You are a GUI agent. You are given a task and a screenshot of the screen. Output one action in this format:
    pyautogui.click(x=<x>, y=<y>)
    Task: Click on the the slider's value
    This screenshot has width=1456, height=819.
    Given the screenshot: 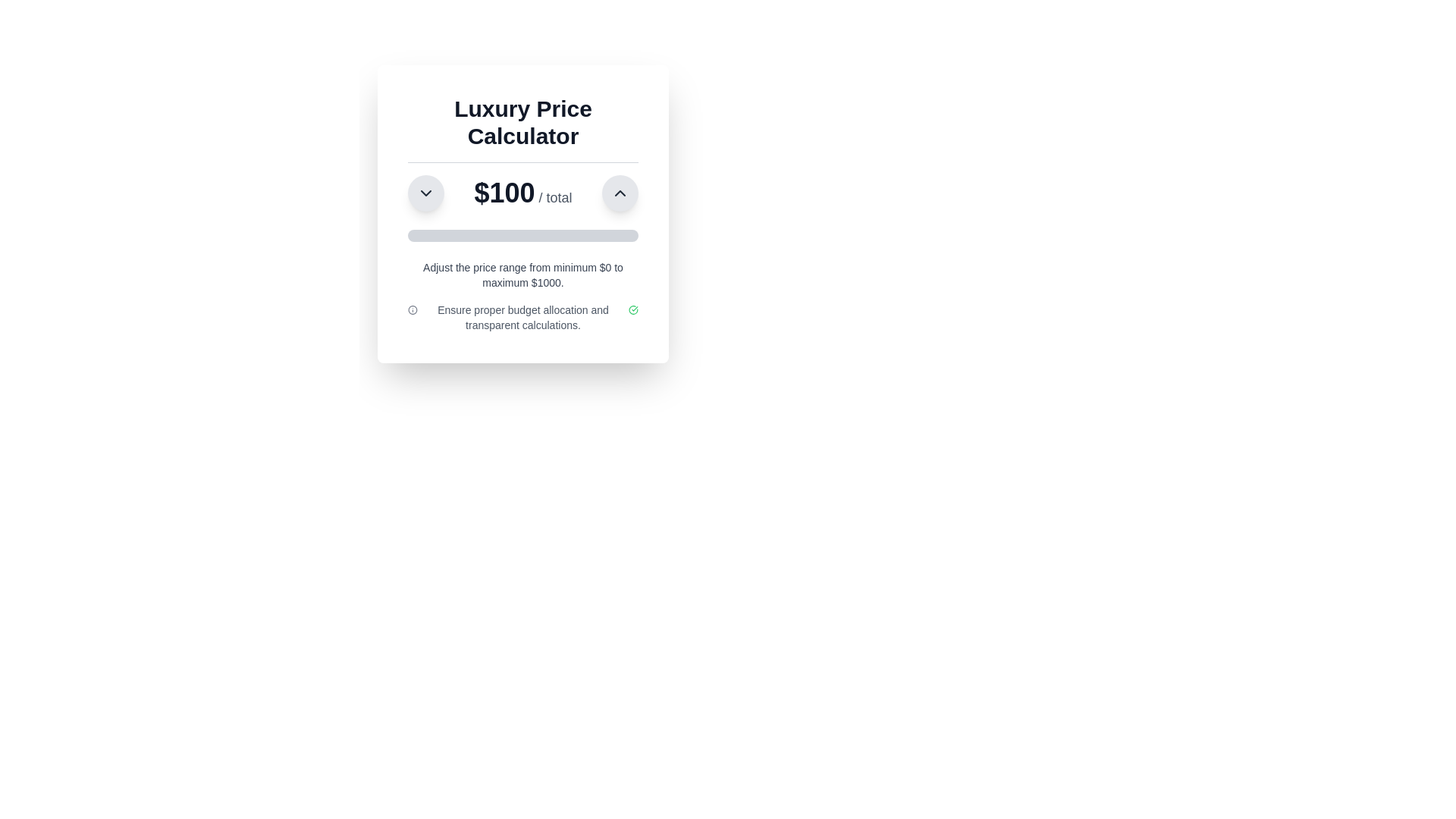 What is the action you would take?
    pyautogui.click(x=424, y=236)
    